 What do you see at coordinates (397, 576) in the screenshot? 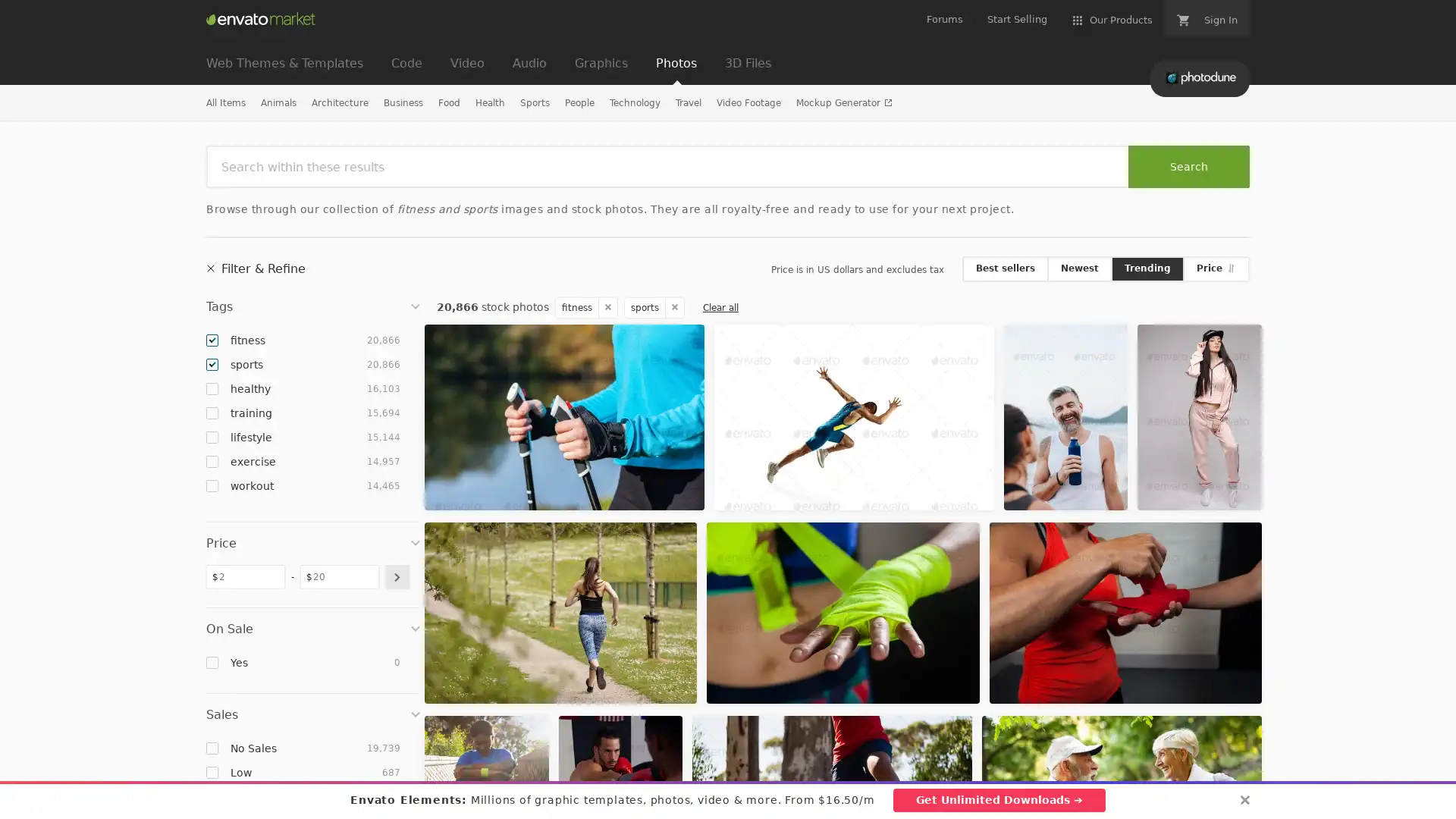
I see `submit` at bounding box center [397, 576].